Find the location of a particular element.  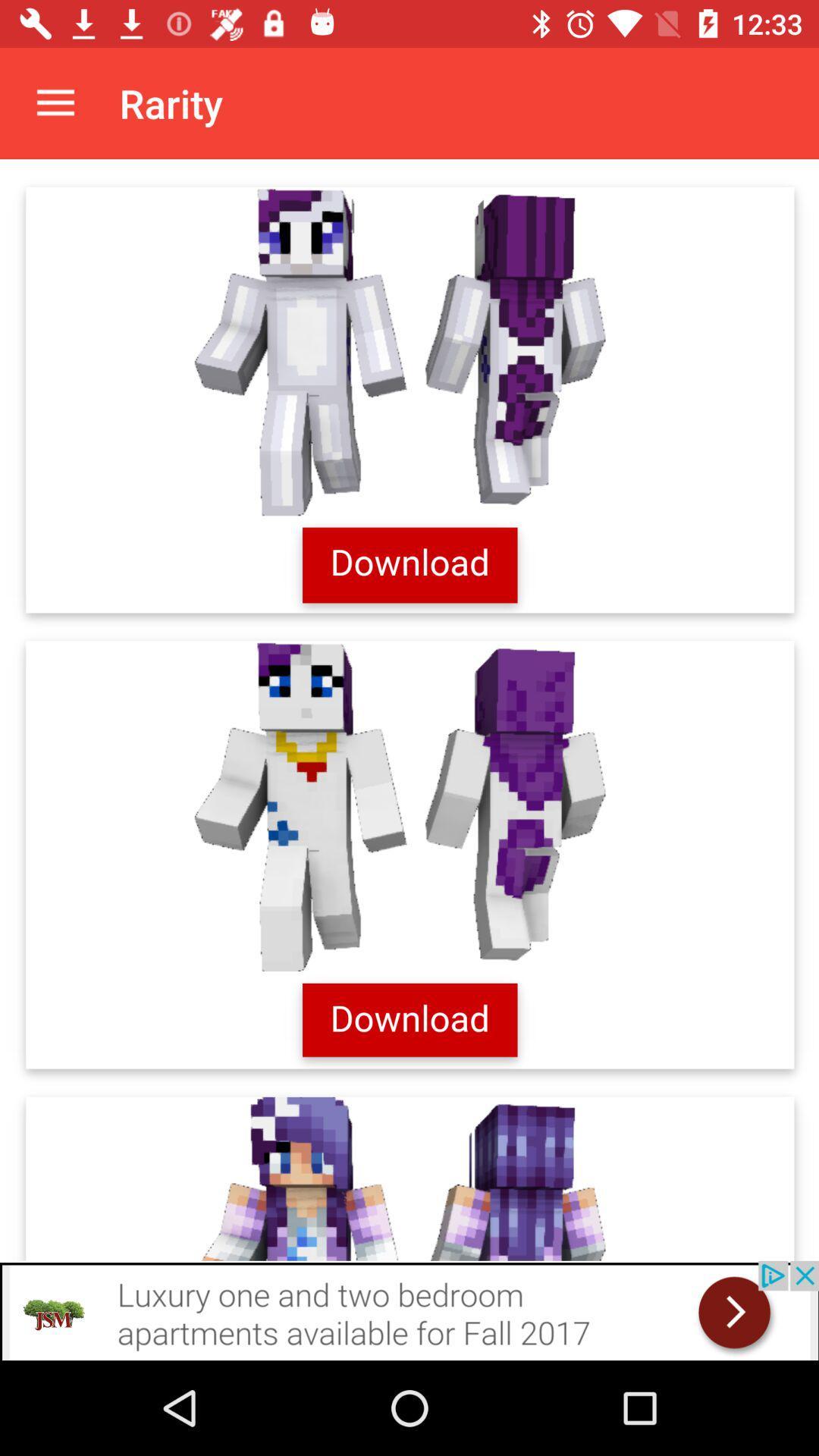

download is located at coordinates (409, 709).